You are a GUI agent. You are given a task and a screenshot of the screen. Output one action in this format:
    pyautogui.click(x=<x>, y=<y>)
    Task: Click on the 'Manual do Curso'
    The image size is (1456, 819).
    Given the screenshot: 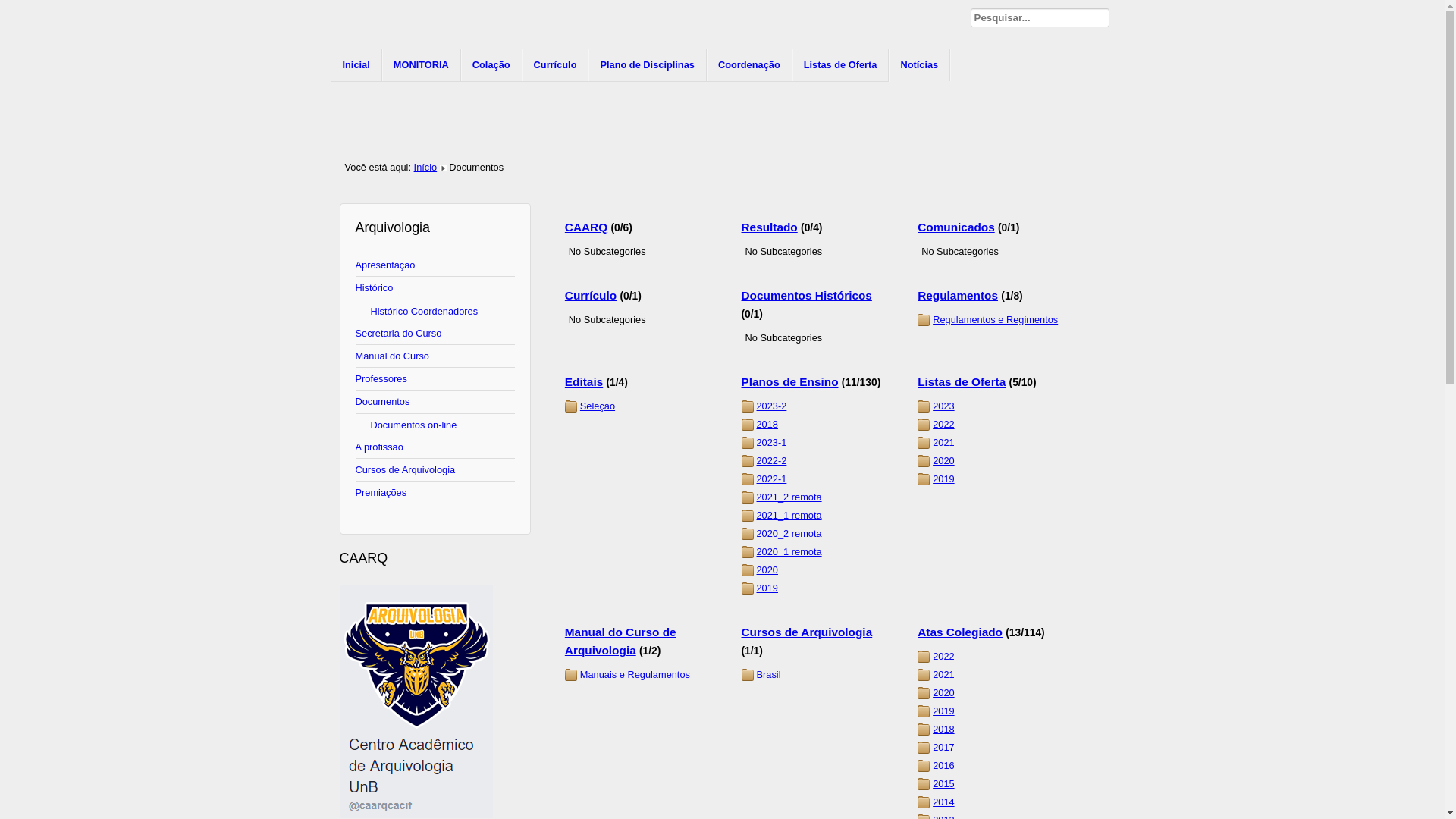 What is the action you would take?
    pyautogui.click(x=434, y=356)
    